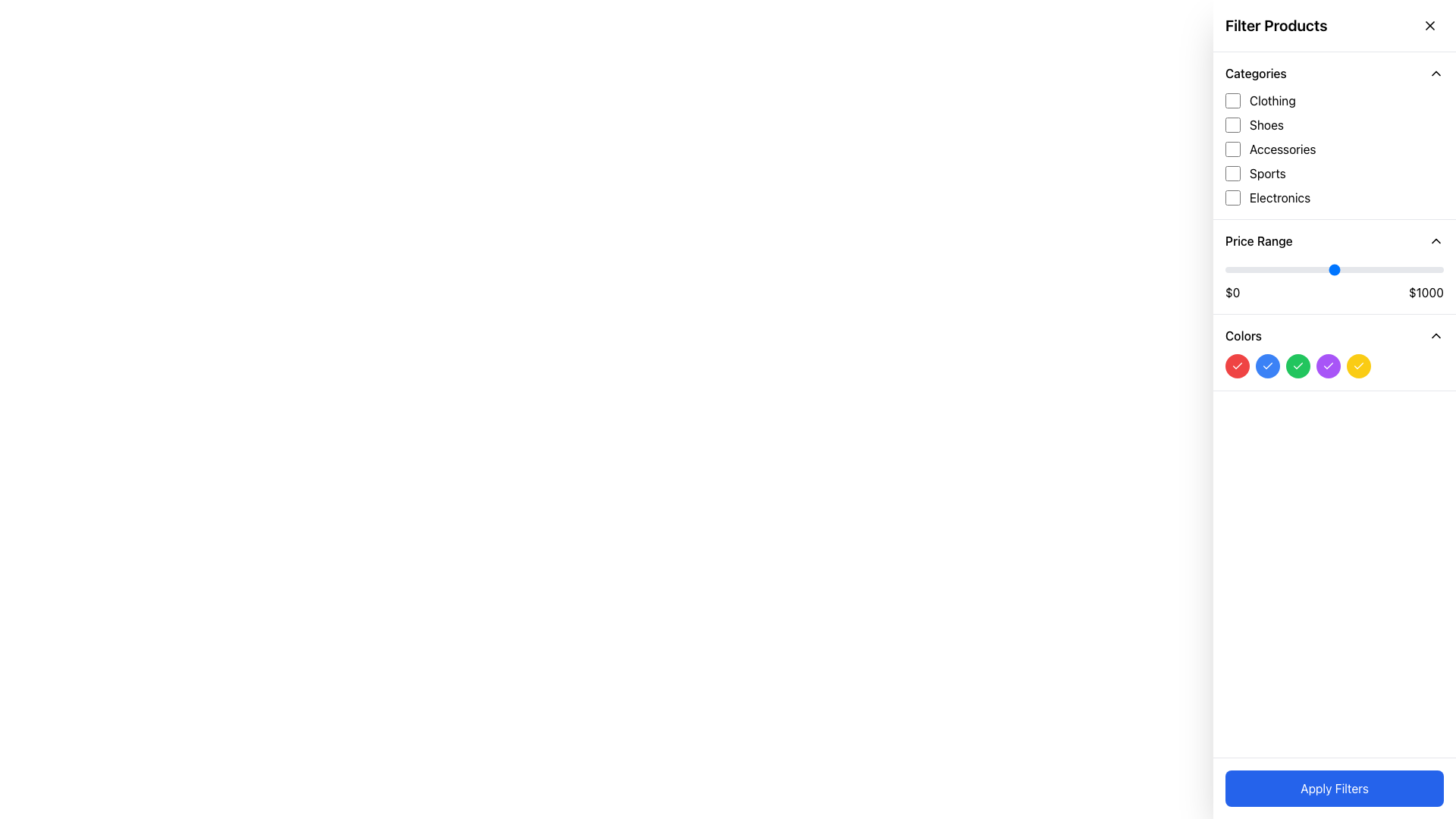 The width and height of the screenshot is (1456, 819). What do you see at coordinates (1282, 149) in the screenshot?
I see `the text label that reads 'Accessories', which is styled in black and positioned to the right of its corresponding checkbox in the filter panel` at bounding box center [1282, 149].